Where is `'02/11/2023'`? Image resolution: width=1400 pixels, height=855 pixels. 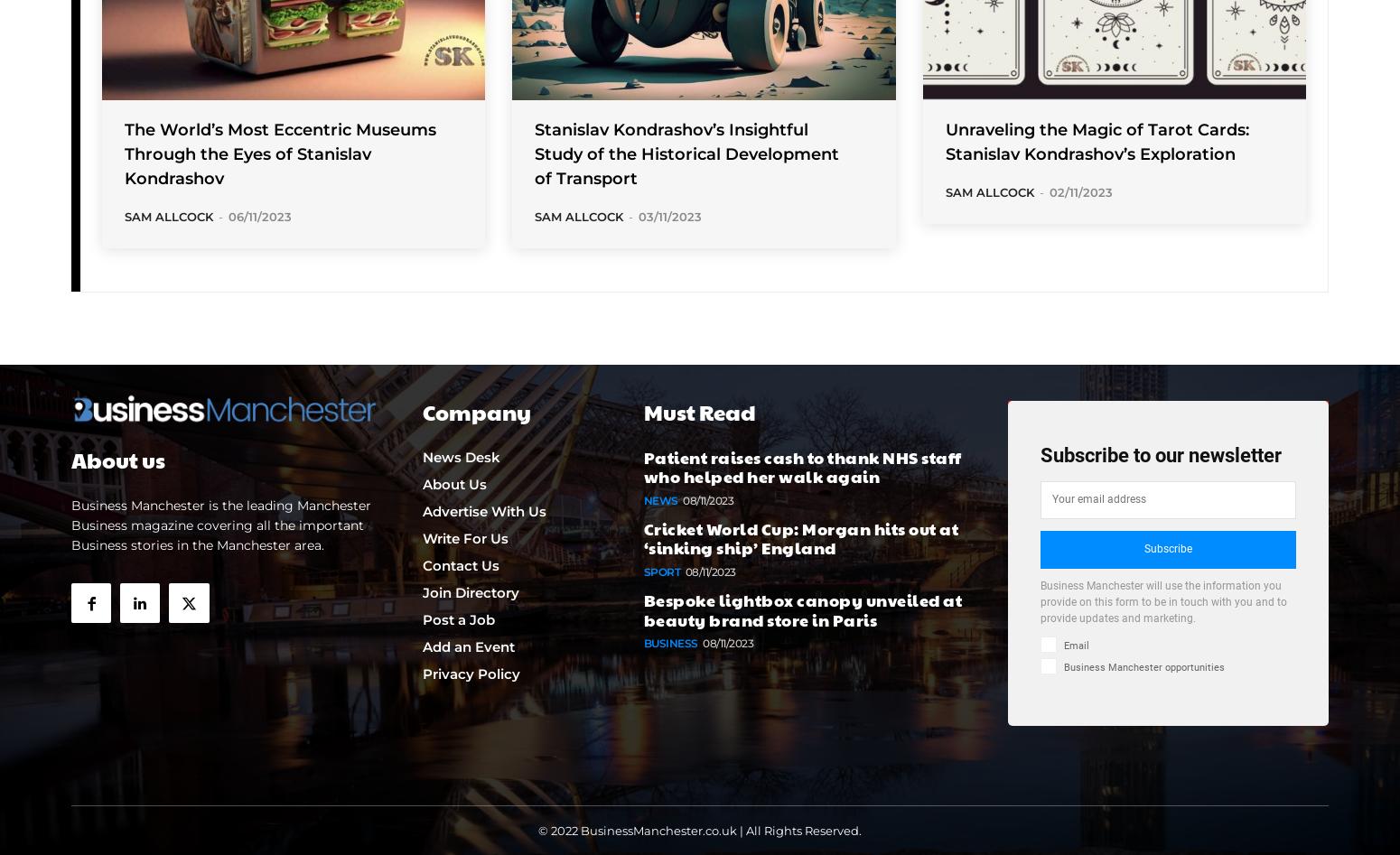 '02/11/2023' is located at coordinates (1079, 191).